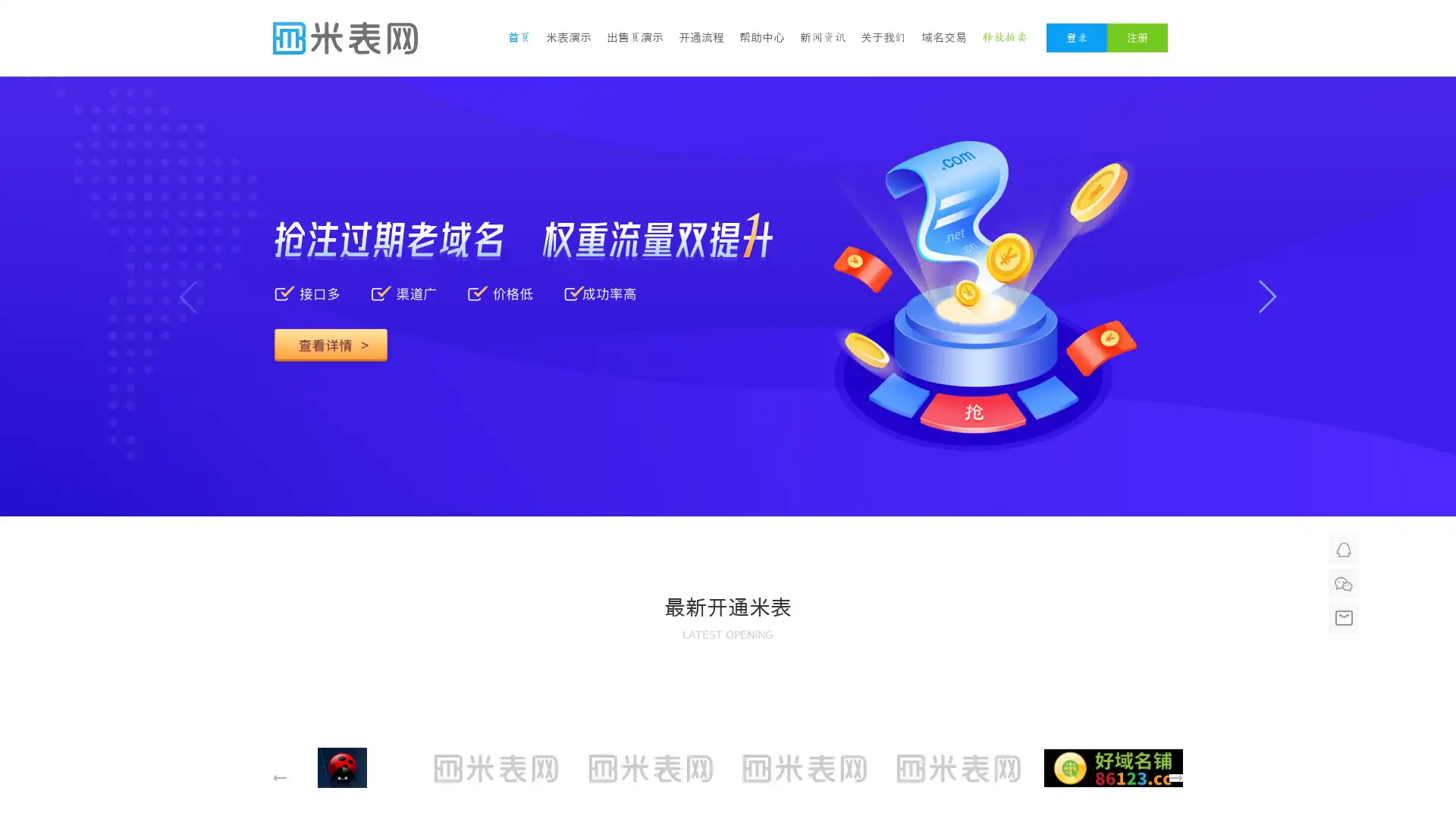 Image resolution: width=1456 pixels, height=819 pixels. Describe the element at coordinates (187, 297) in the screenshot. I see `Previous slide` at that location.